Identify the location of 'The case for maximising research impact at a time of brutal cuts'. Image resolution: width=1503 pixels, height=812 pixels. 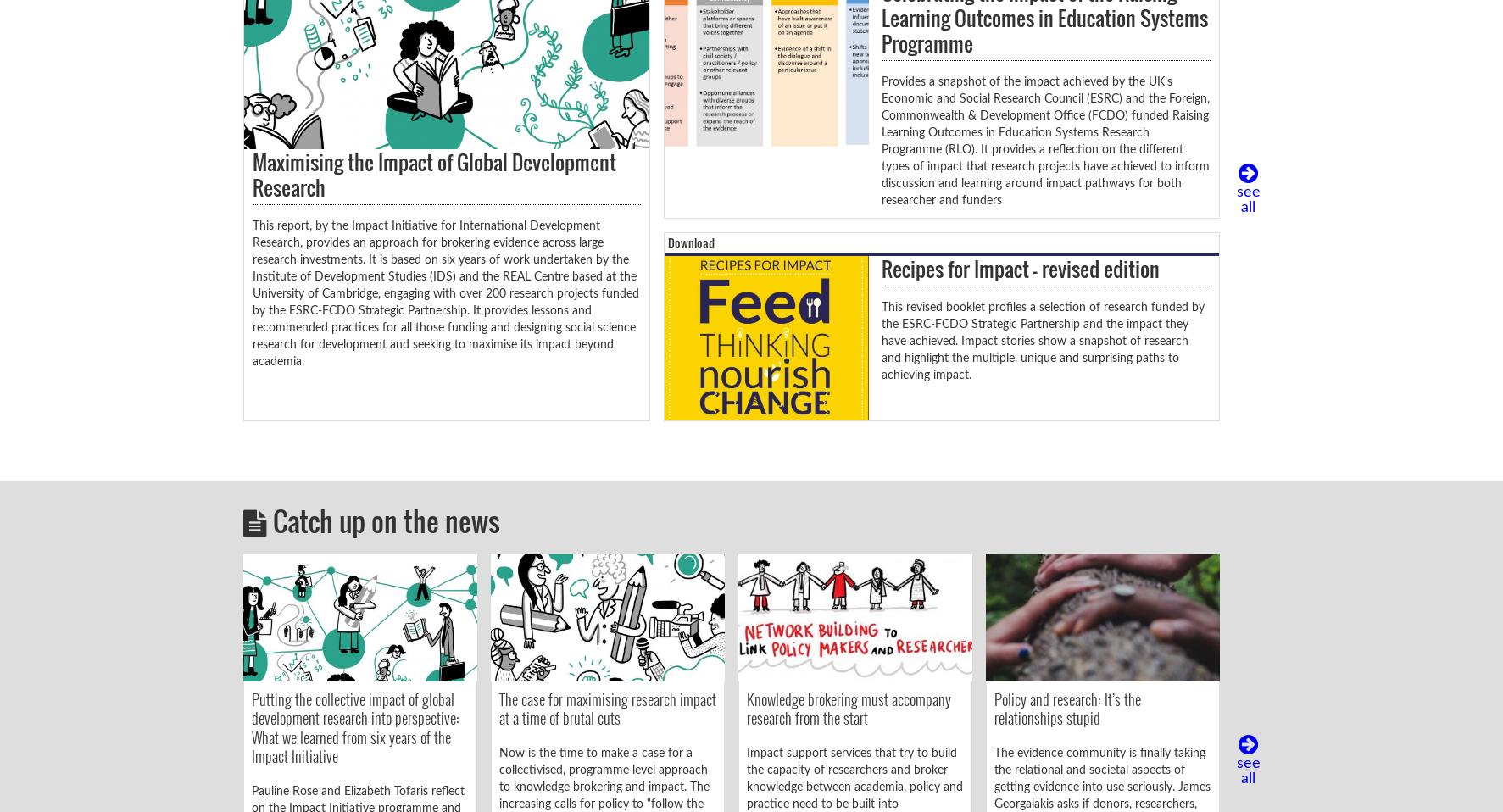
(606, 707).